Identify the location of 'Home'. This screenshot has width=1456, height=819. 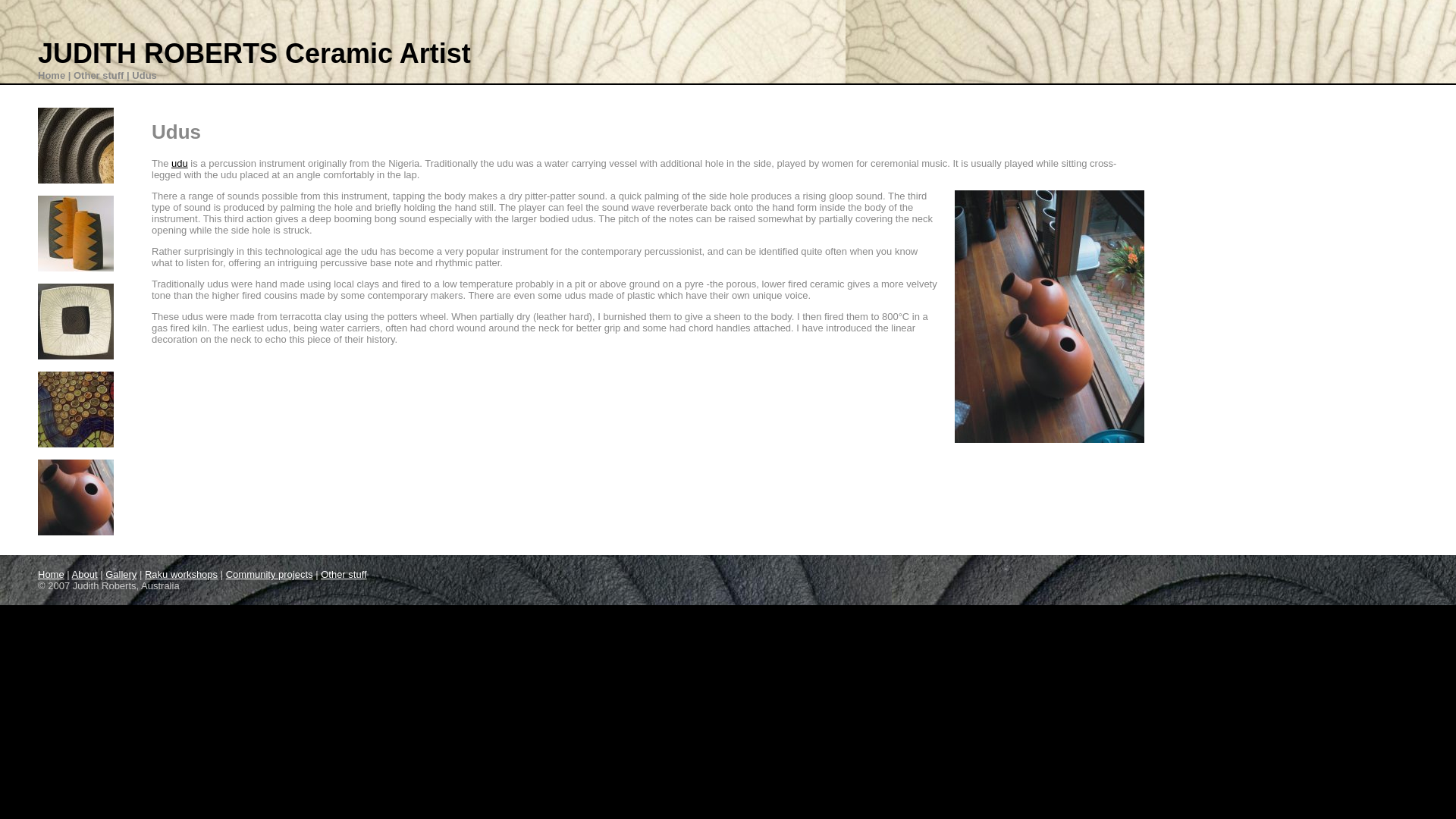
(51, 75).